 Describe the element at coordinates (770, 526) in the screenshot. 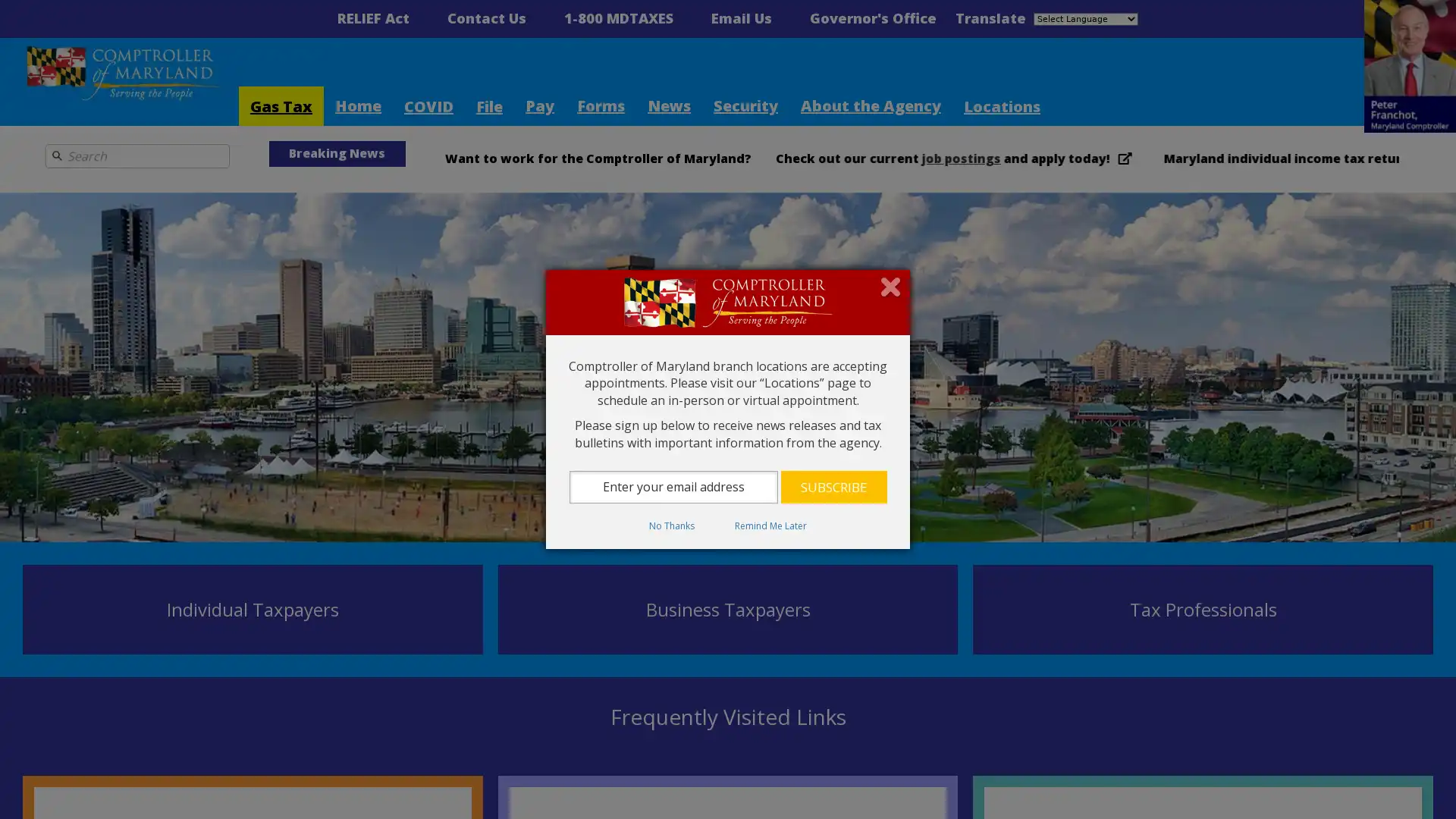

I see `Remind Me Later` at that location.